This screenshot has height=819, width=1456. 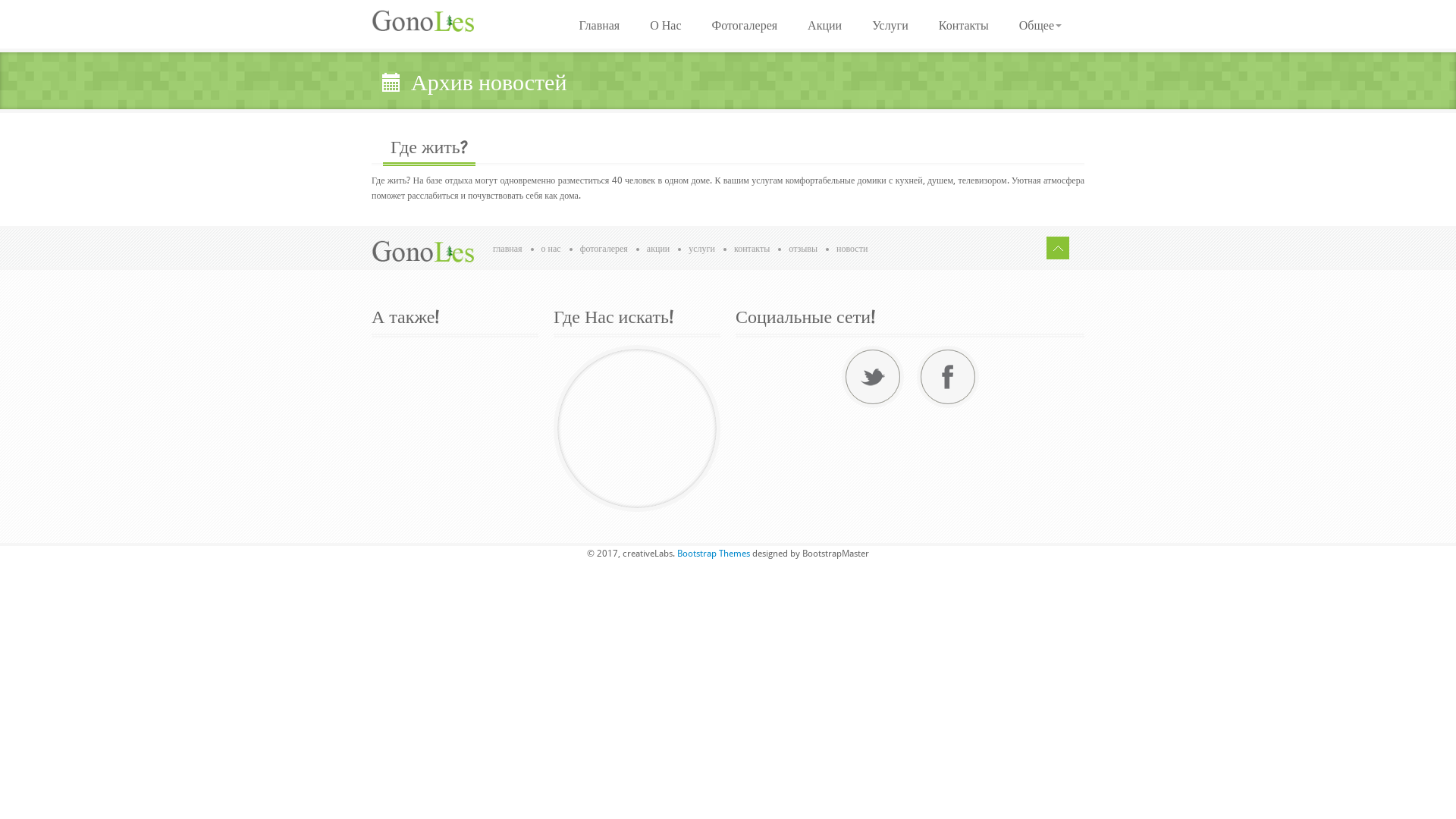 What do you see at coordinates (712, 553) in the screenshot?
I see `'Bootstrap Themes'` at bounding box center [712, 553].